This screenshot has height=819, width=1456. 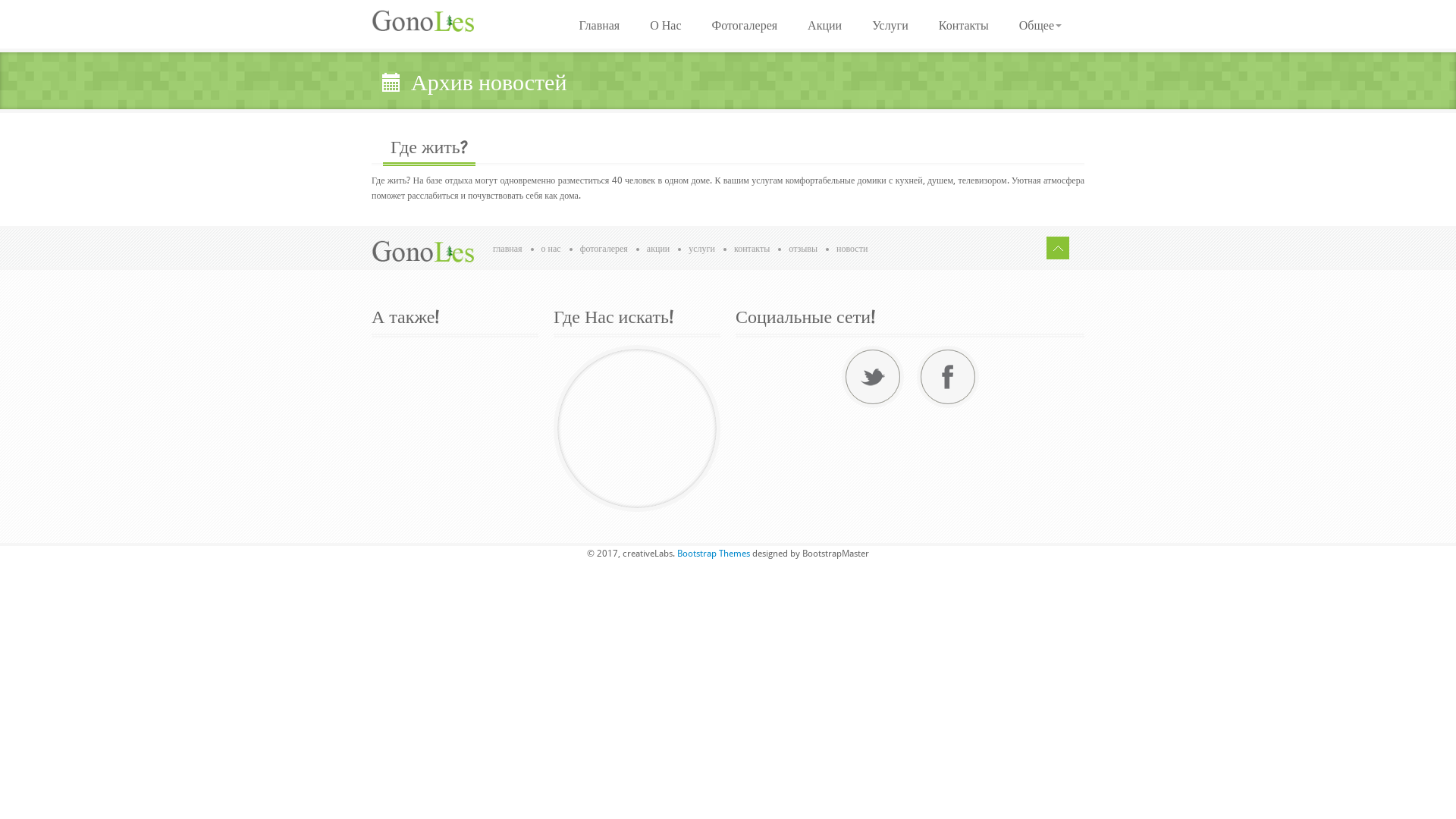 What do you see at coordinates (712, 553) in the screenshot?
I see `'Bootstrap Themes'` at bounding box center [712, 553].